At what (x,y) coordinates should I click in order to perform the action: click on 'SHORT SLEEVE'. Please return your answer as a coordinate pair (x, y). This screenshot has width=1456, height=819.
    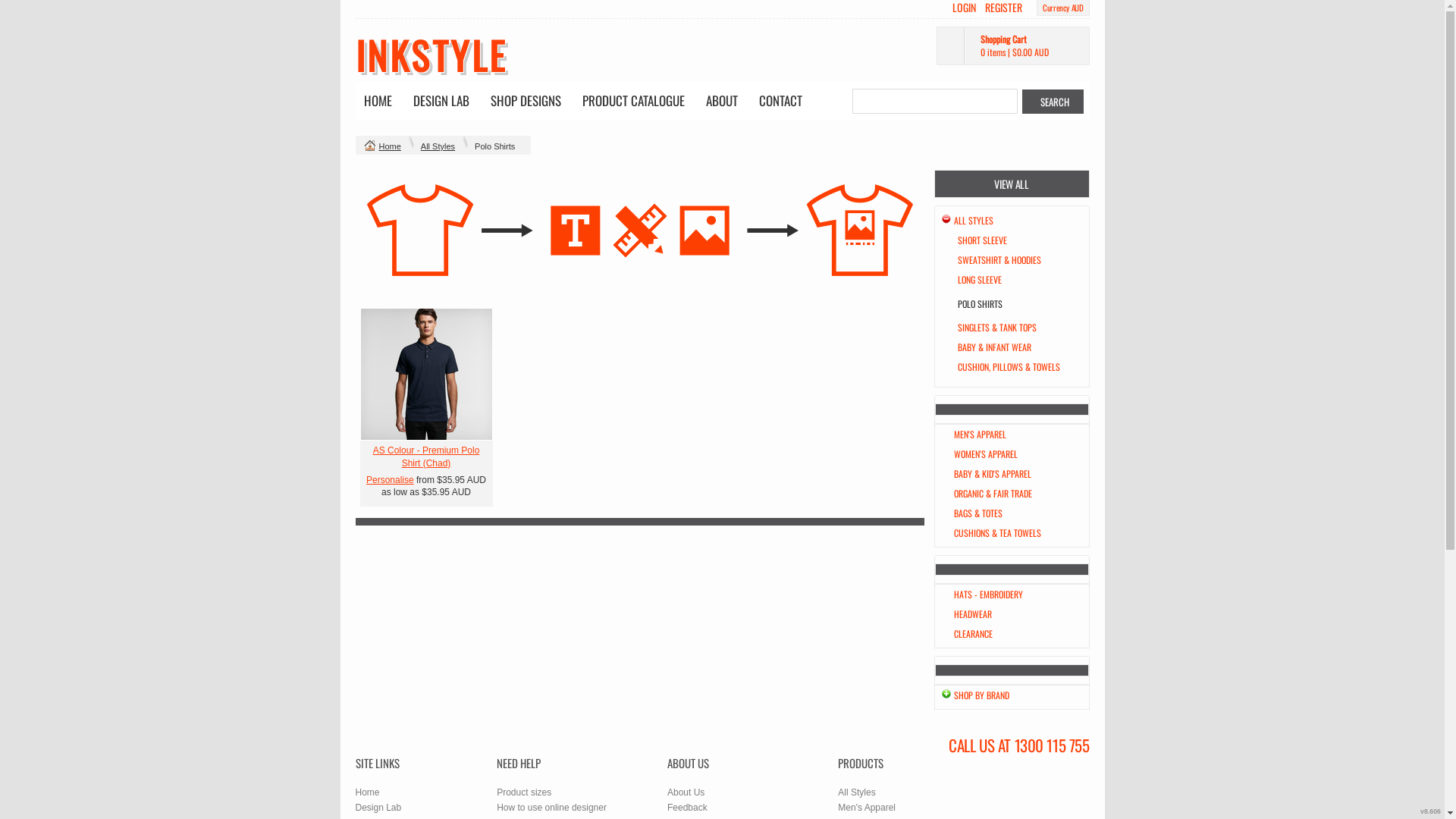
    Looking at the image, I should click on (956, 239).